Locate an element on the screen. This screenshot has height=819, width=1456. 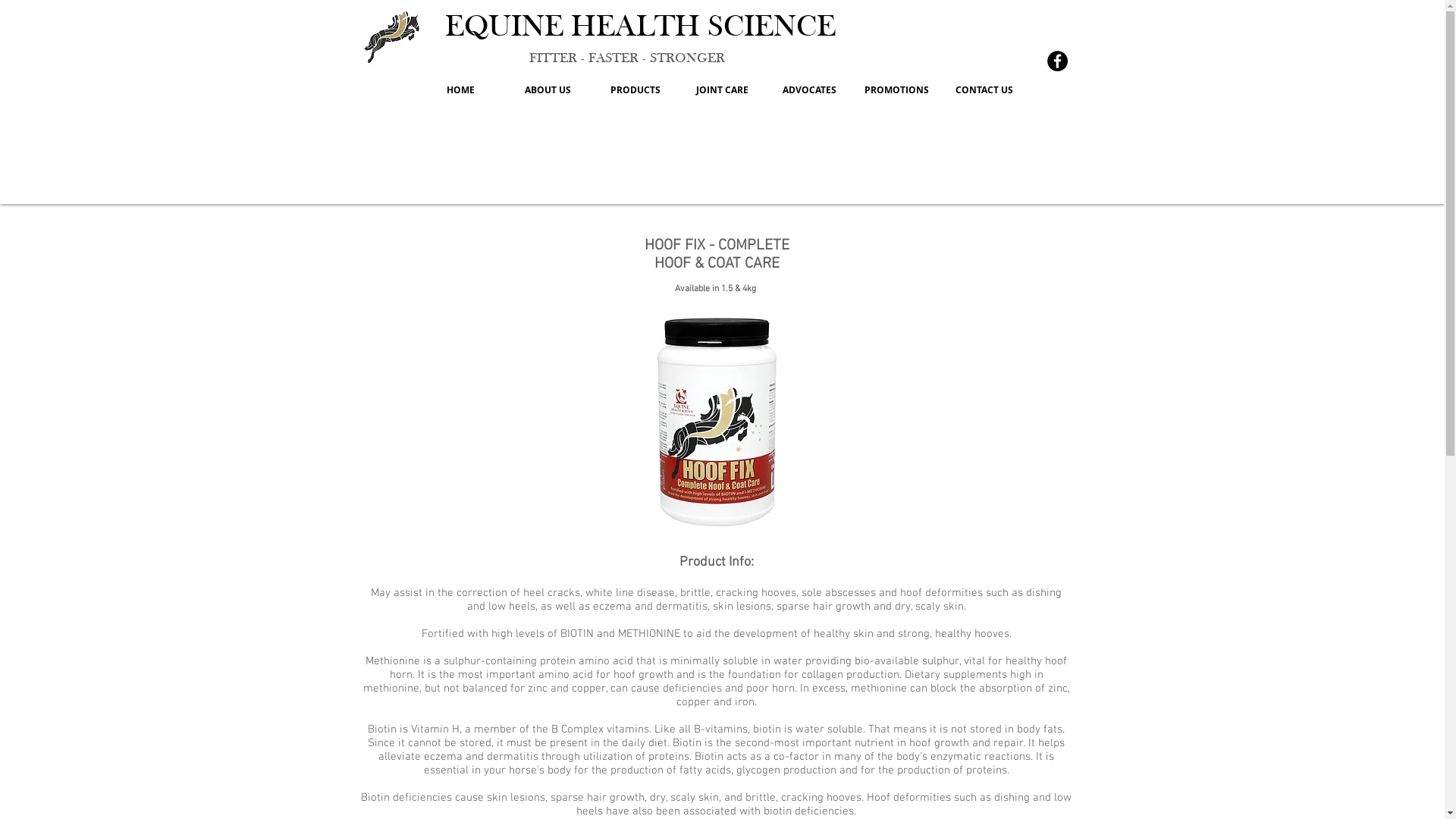
'HOME' is located at coordinates (460, 90).